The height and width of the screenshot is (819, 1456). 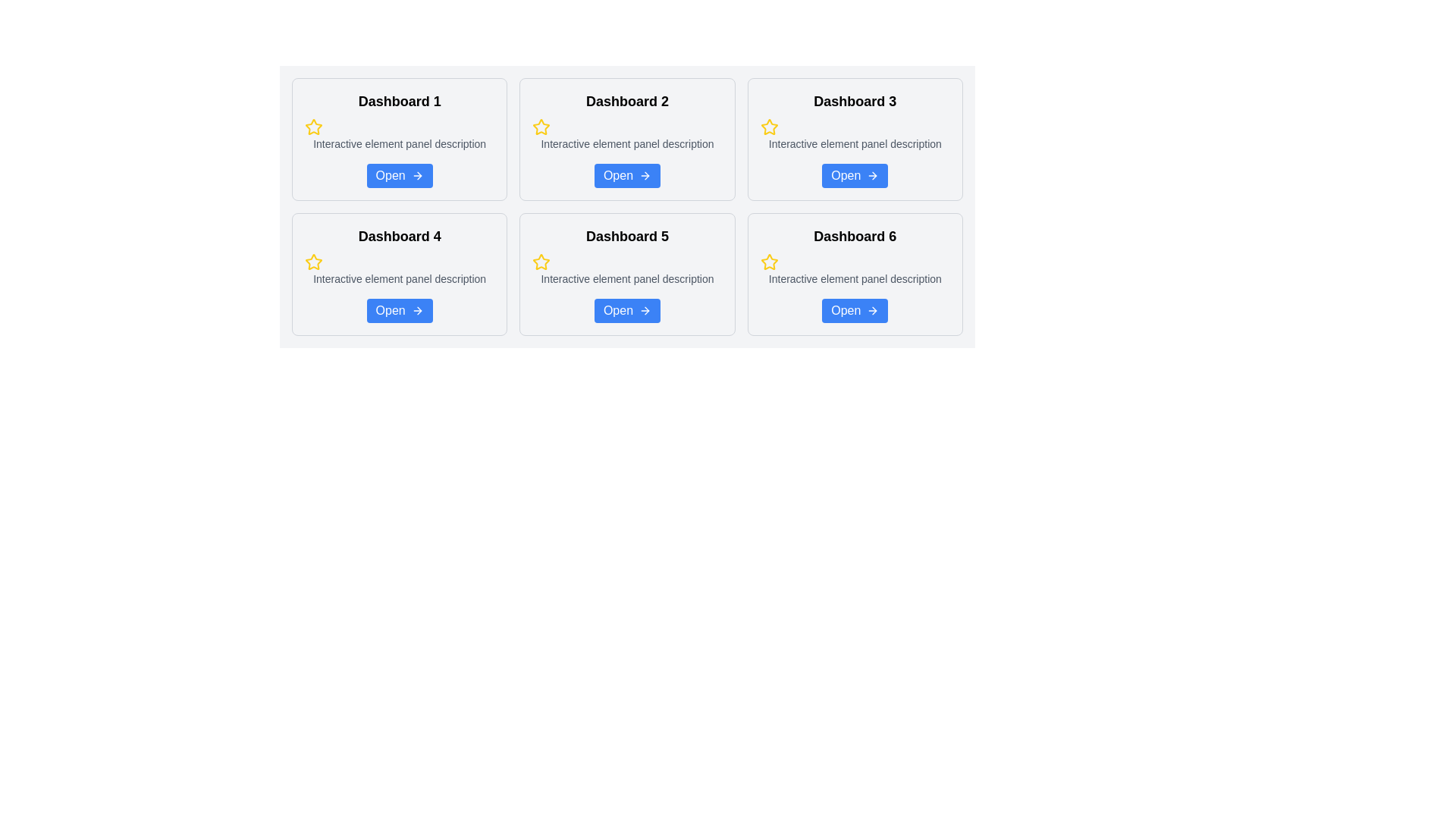 I want to click on the static Text label that provides a description for the 'Dashboard 3' panel, located below its title and to the right of a star icon, so click(x=855, y=143).